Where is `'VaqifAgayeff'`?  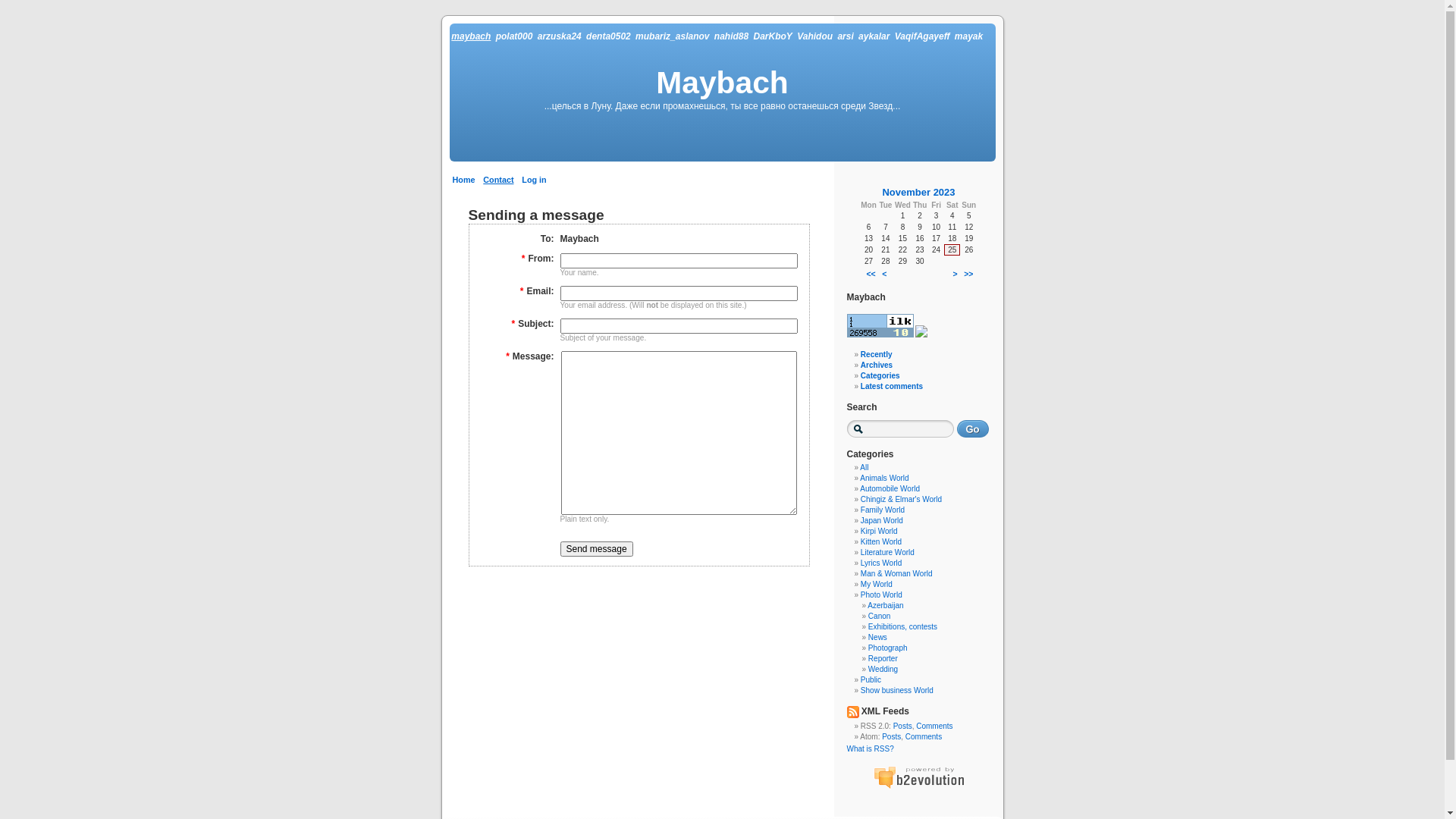
'VaqifAgayeff' is located at coordinates (921, 35).